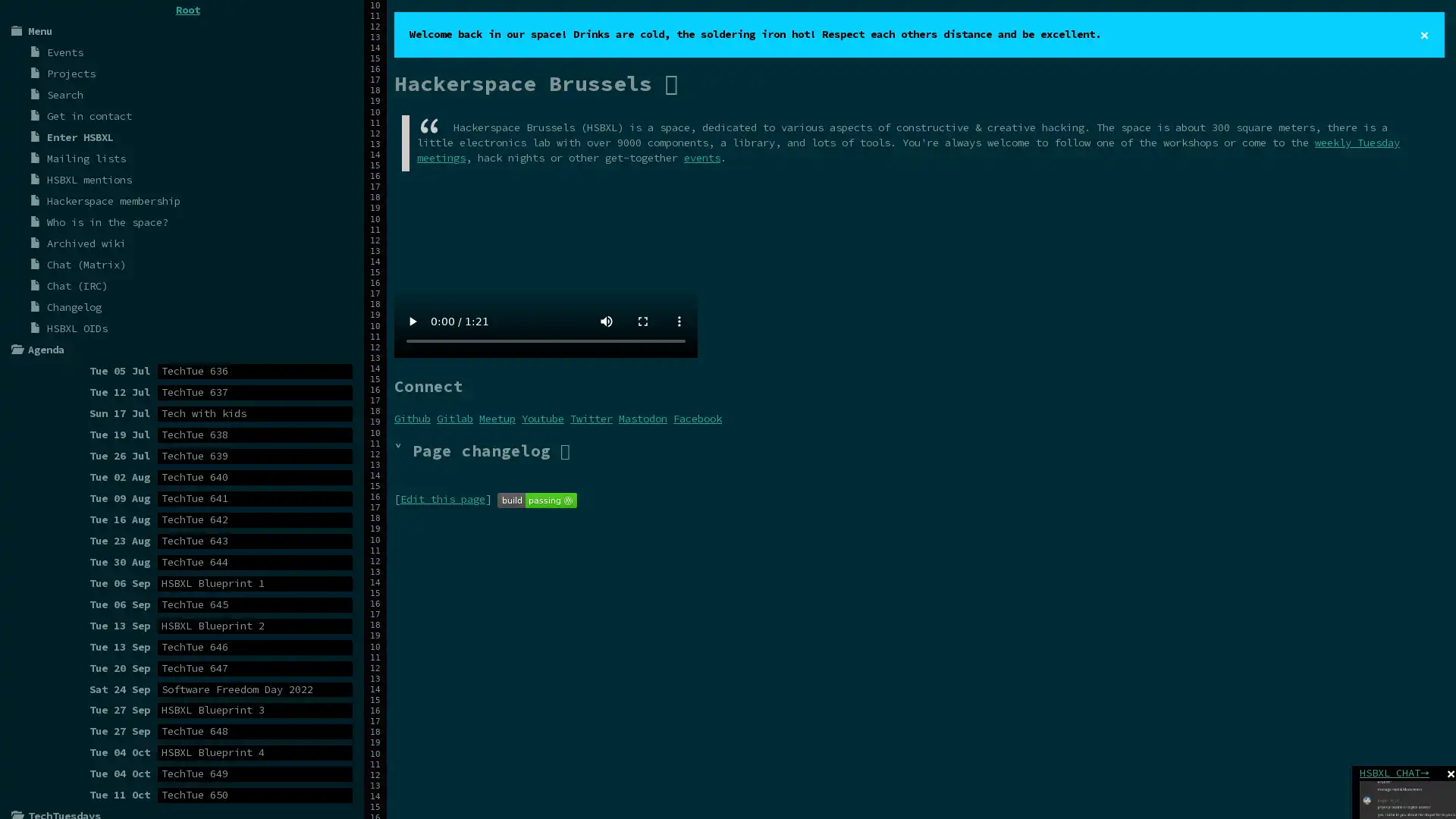  Describe the element at coordinates (679, 320) in the screenshot. I see `show more media controls` at that location.